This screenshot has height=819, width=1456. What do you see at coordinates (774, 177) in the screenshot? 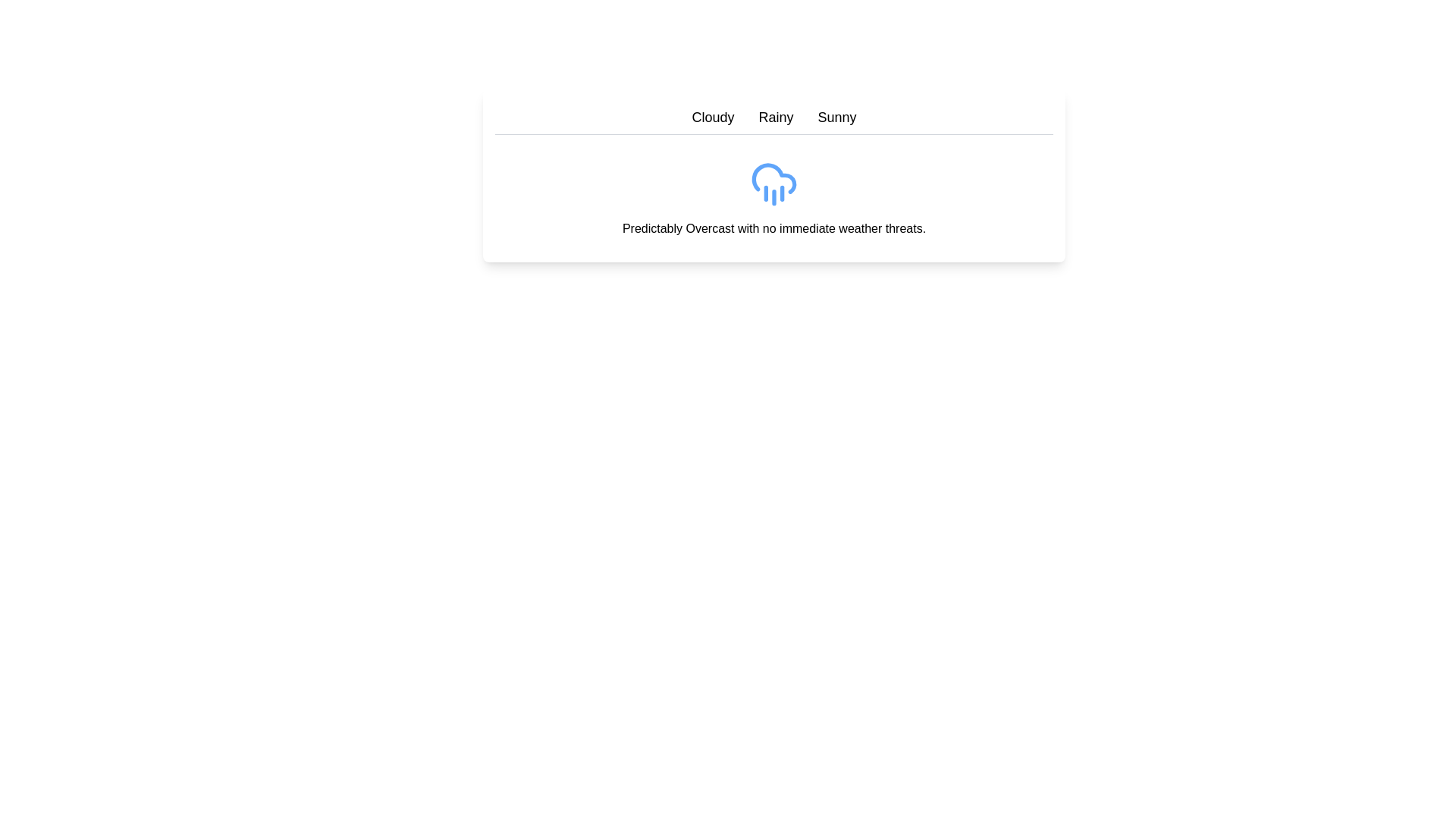
I see `the decorative vector graphic of a cloud with rain, which is part of the rainy weather icon located in the middle of the weather conditions row` at bounding box center [774, 177].